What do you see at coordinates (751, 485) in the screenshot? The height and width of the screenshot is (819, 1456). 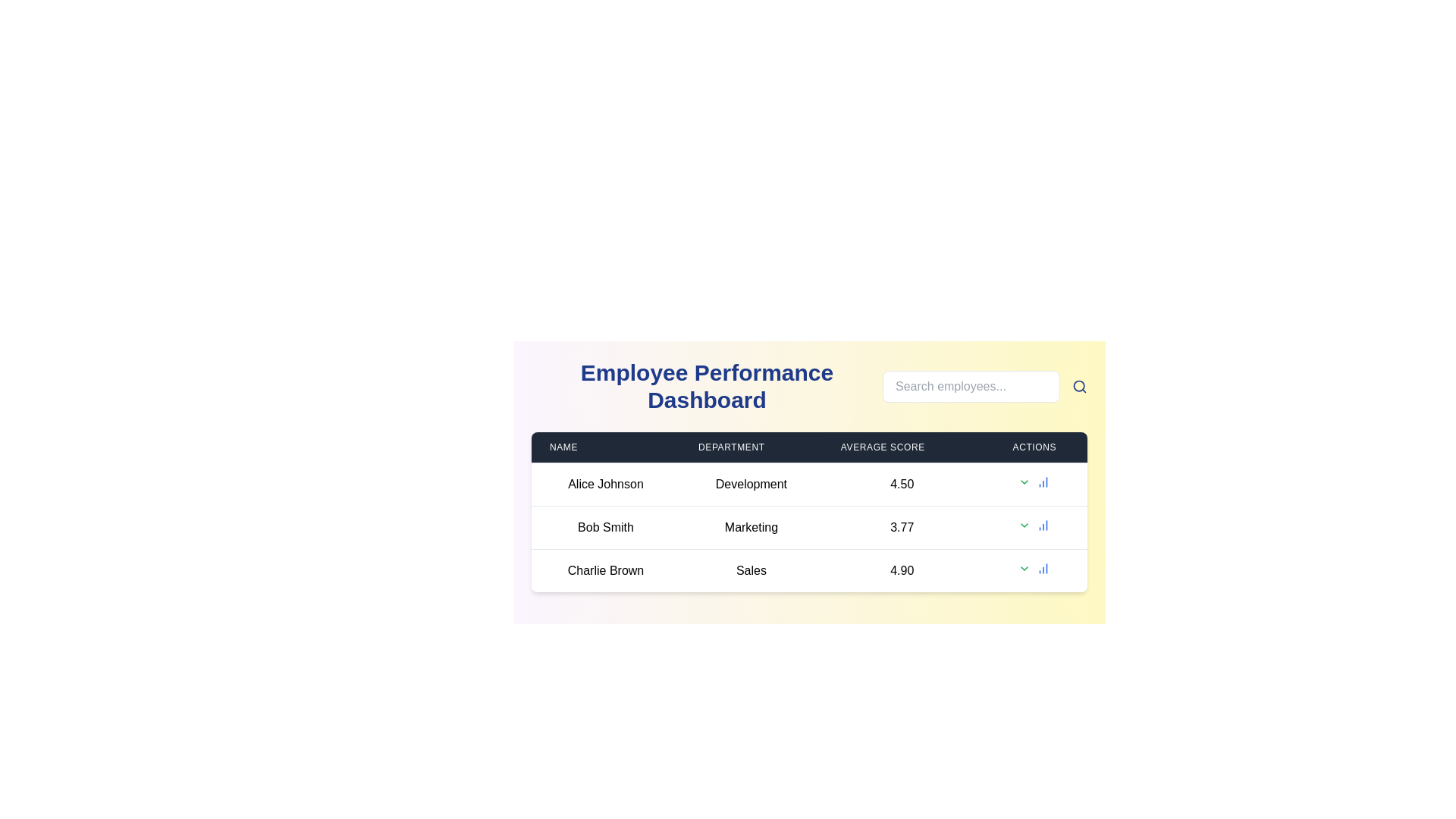 I see `the text label displaying the department name 'Development' located in the second column of the first data row of the table, positioned between 'Alice Johnson' and '4.50'` at bounding box center [751, 485].